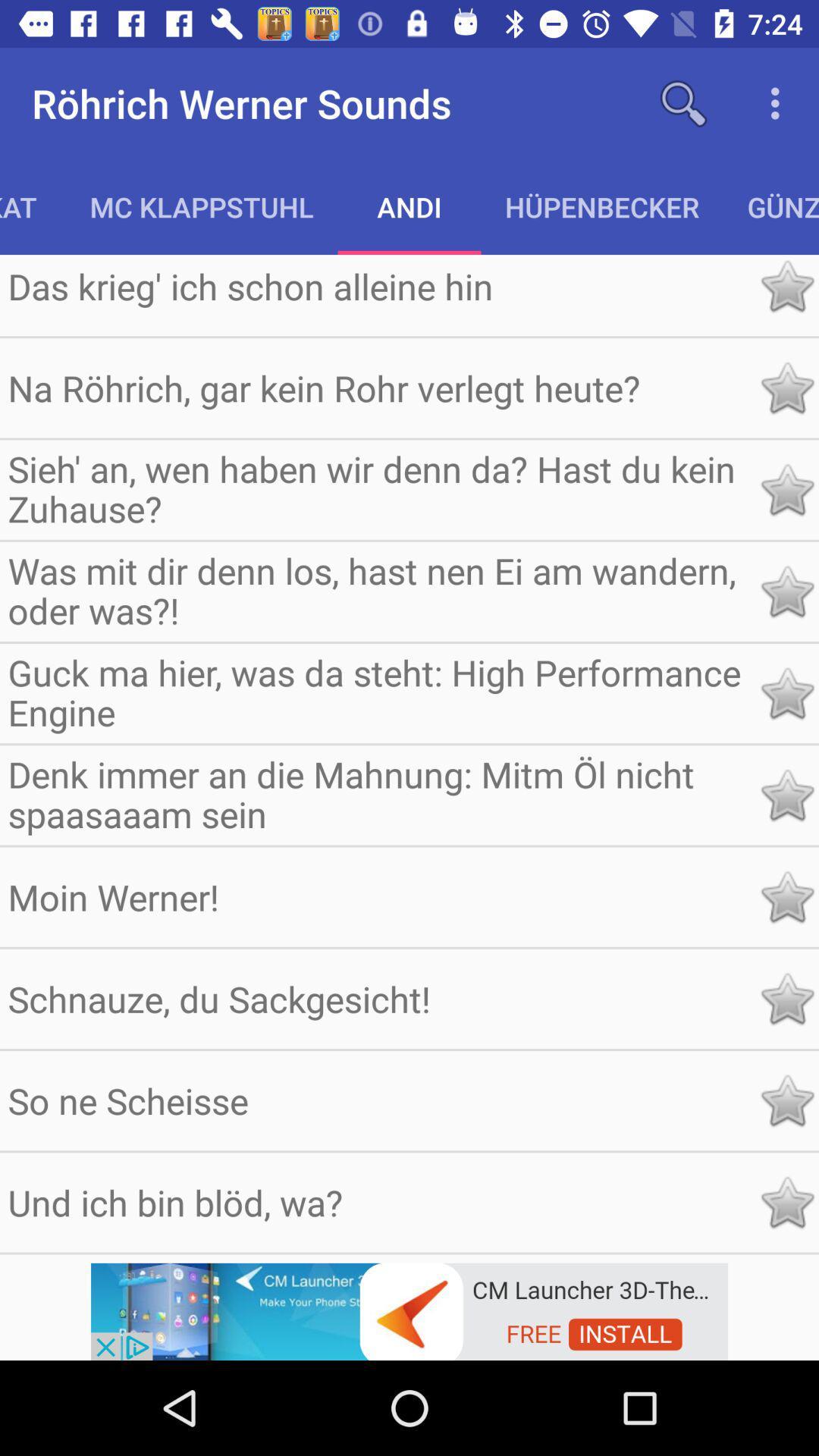  I want to click on this item, so click(786, 1201).